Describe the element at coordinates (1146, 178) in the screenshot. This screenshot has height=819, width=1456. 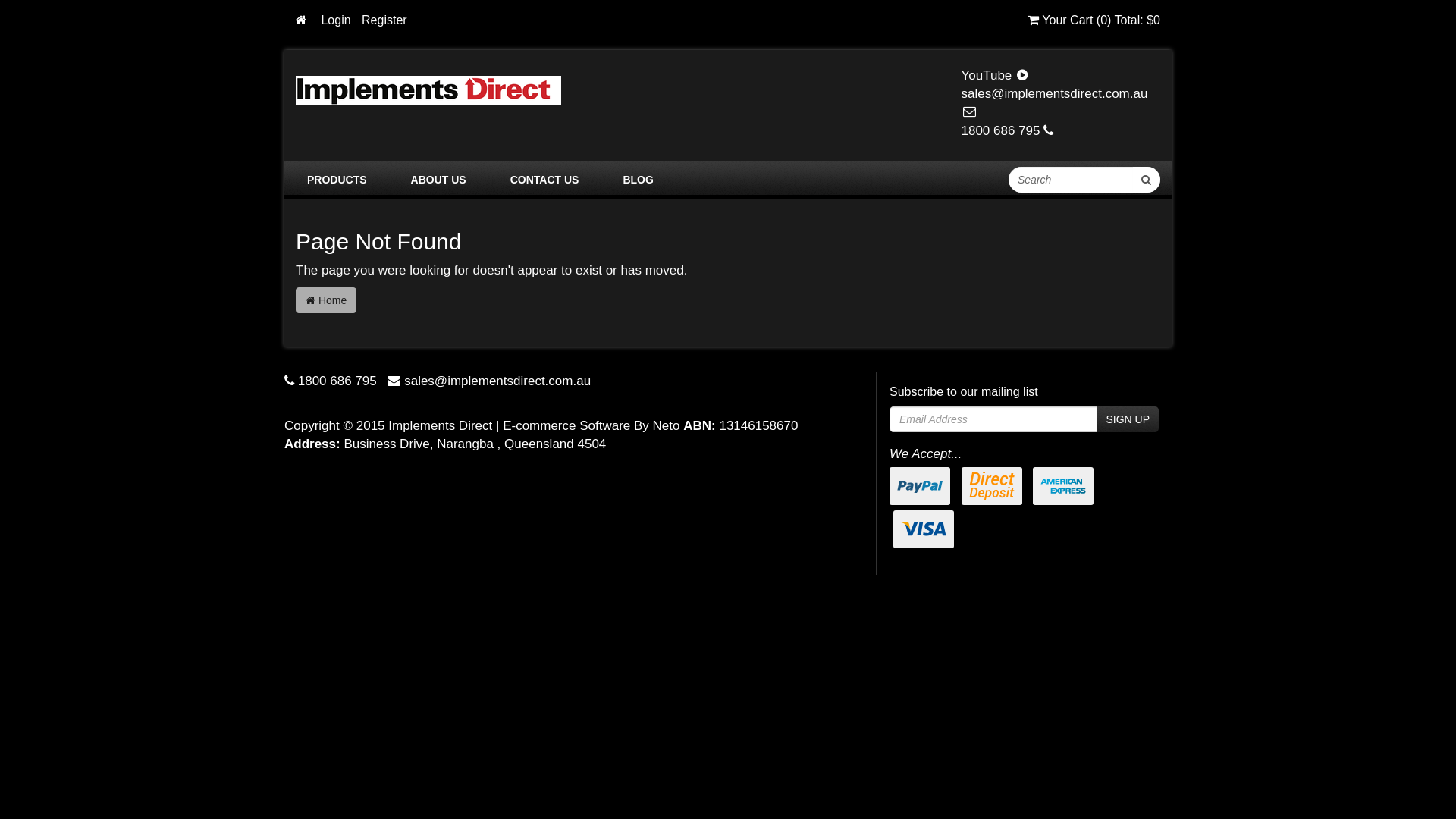
I see `'Search'` at that location.